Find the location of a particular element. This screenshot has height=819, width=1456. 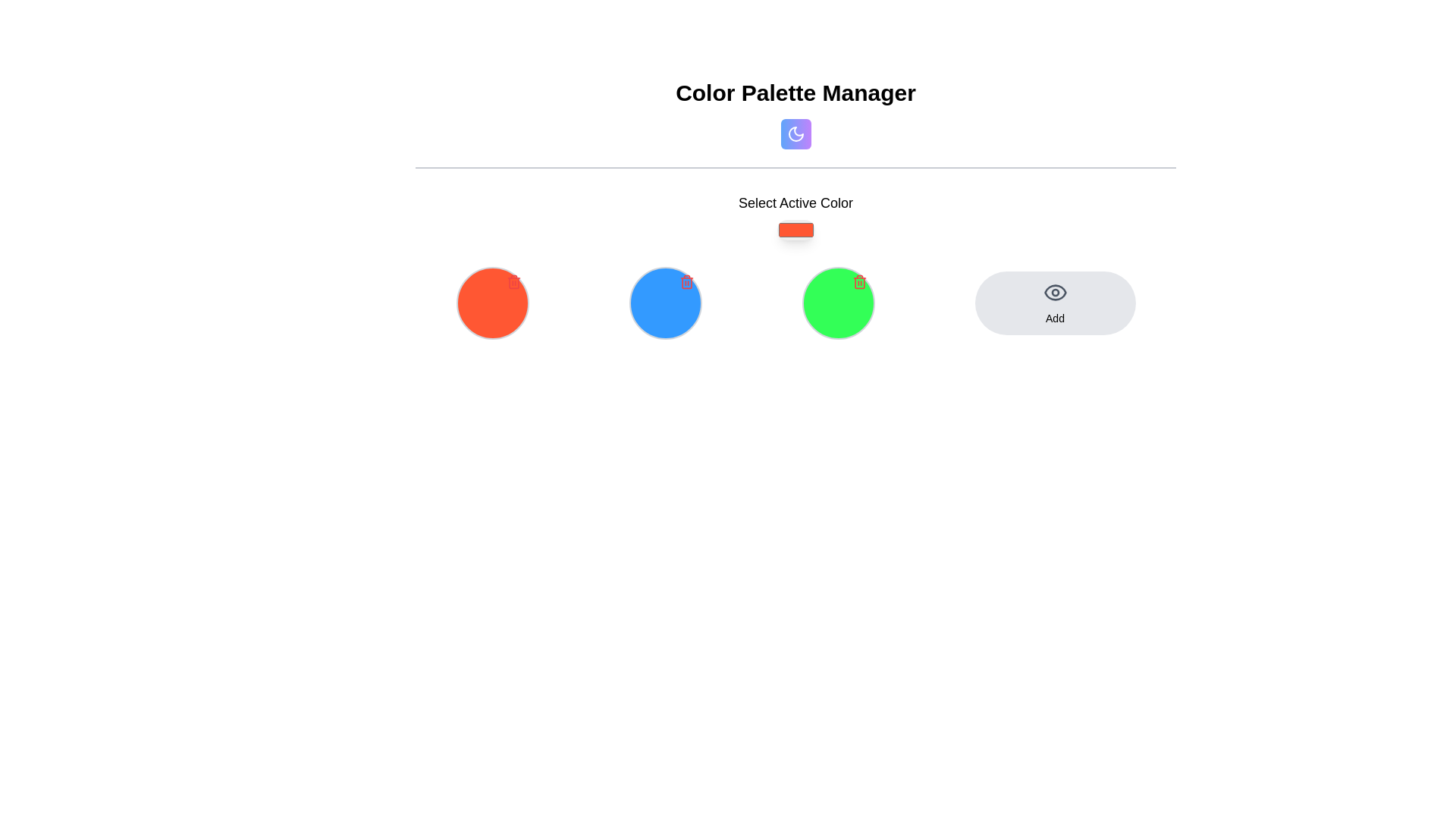

the small square-shaped button with a gradient background transitioning from blue to purple, which contains a white outline moon icon is located at coordinates (795, 133).